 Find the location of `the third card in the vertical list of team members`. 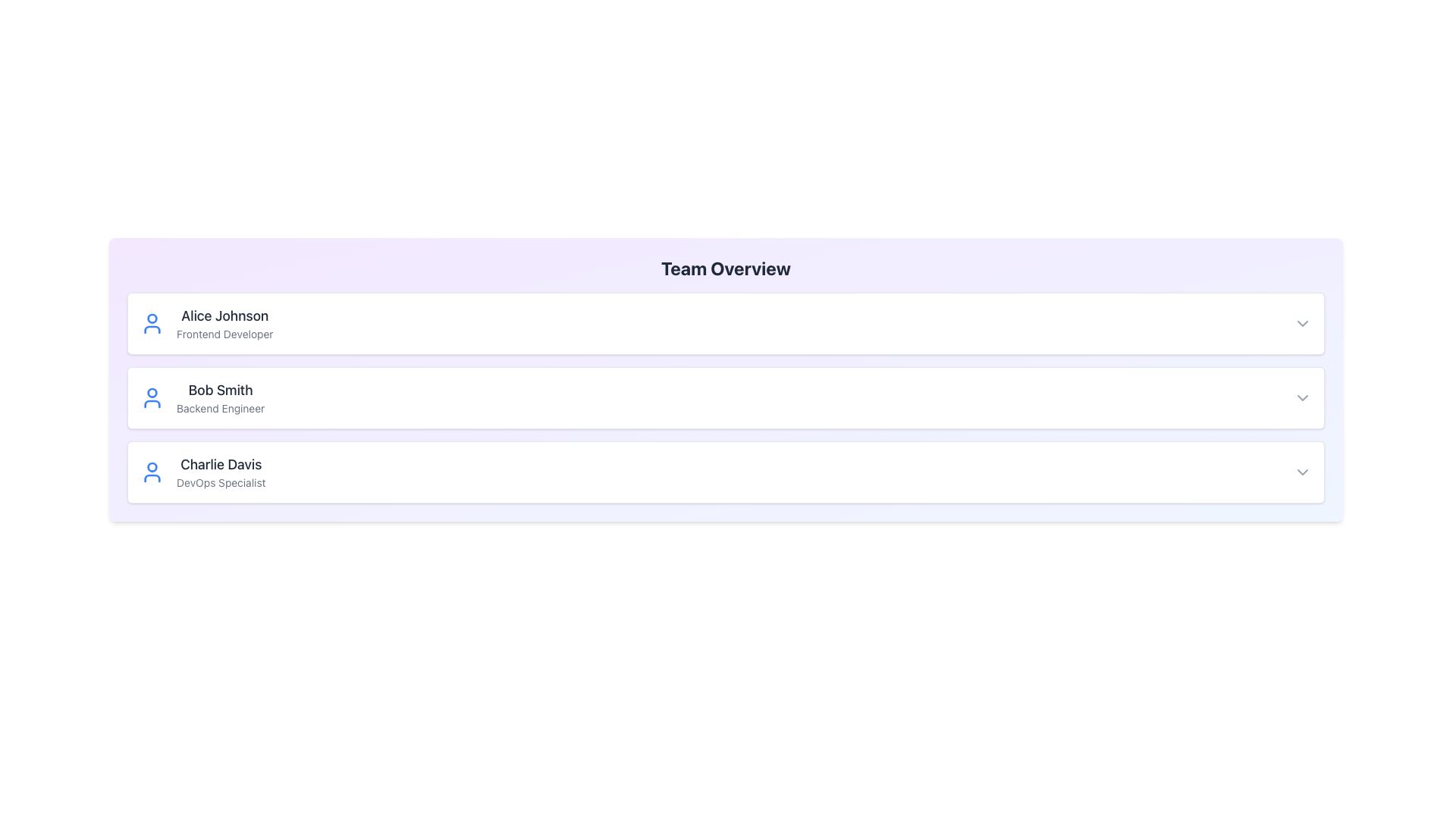

the third card in the vertical list of team members is located at coordinates (725, 472).